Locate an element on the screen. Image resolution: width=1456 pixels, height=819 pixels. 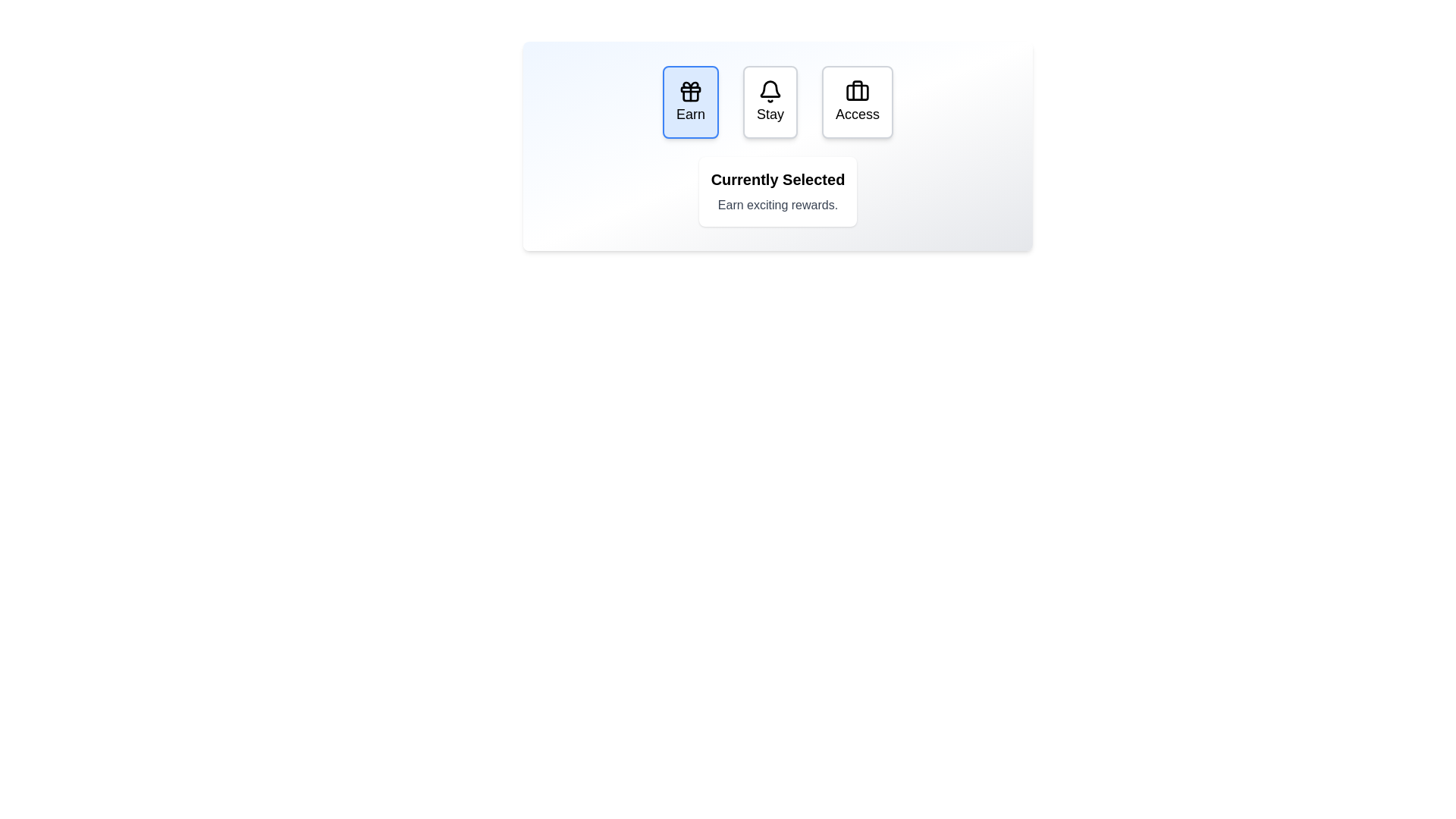
the decorative part of the gift icon located in the top-left section of the horizontal menu is located at coordinates (690, 96).